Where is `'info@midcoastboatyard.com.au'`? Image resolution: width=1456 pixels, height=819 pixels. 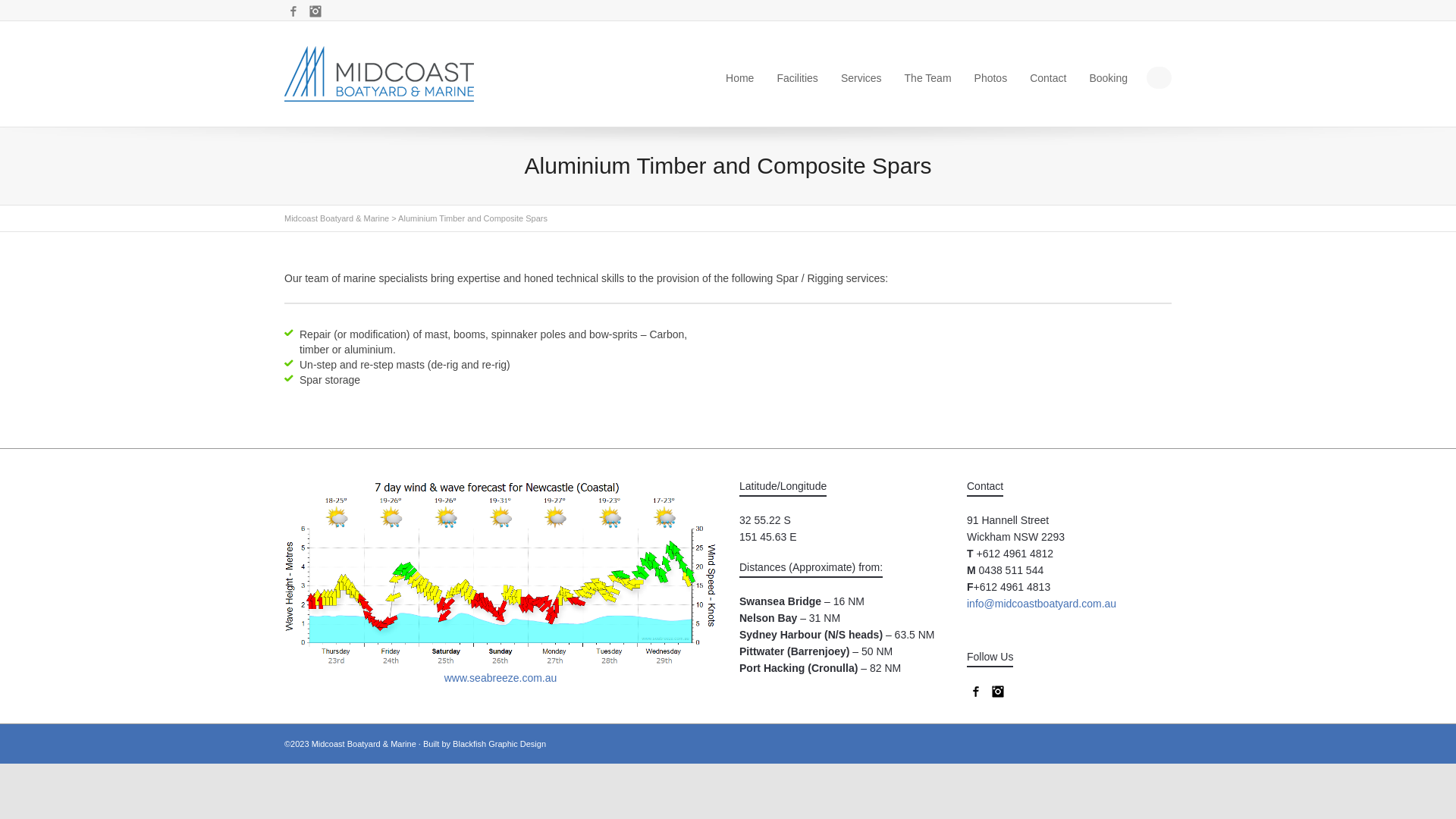 'info@midcoastboatyard.com.au' is located at coordinates (1040, 602).